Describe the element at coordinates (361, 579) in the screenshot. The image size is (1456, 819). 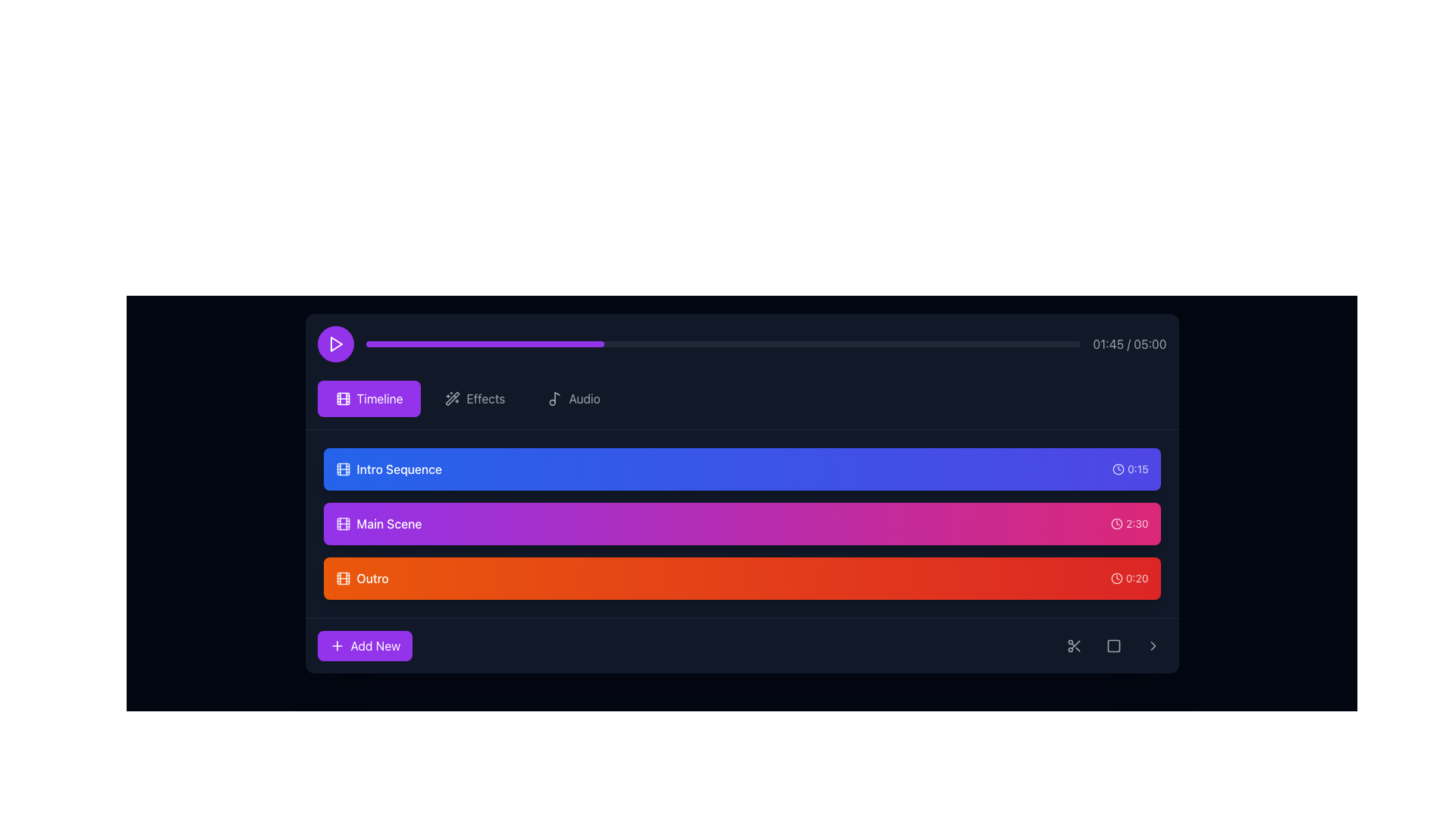
I see `the text of the label 'Outro' which is displayed in white font on an orange background, accompanied by a small white icon resembling a filmstrip` at that location.